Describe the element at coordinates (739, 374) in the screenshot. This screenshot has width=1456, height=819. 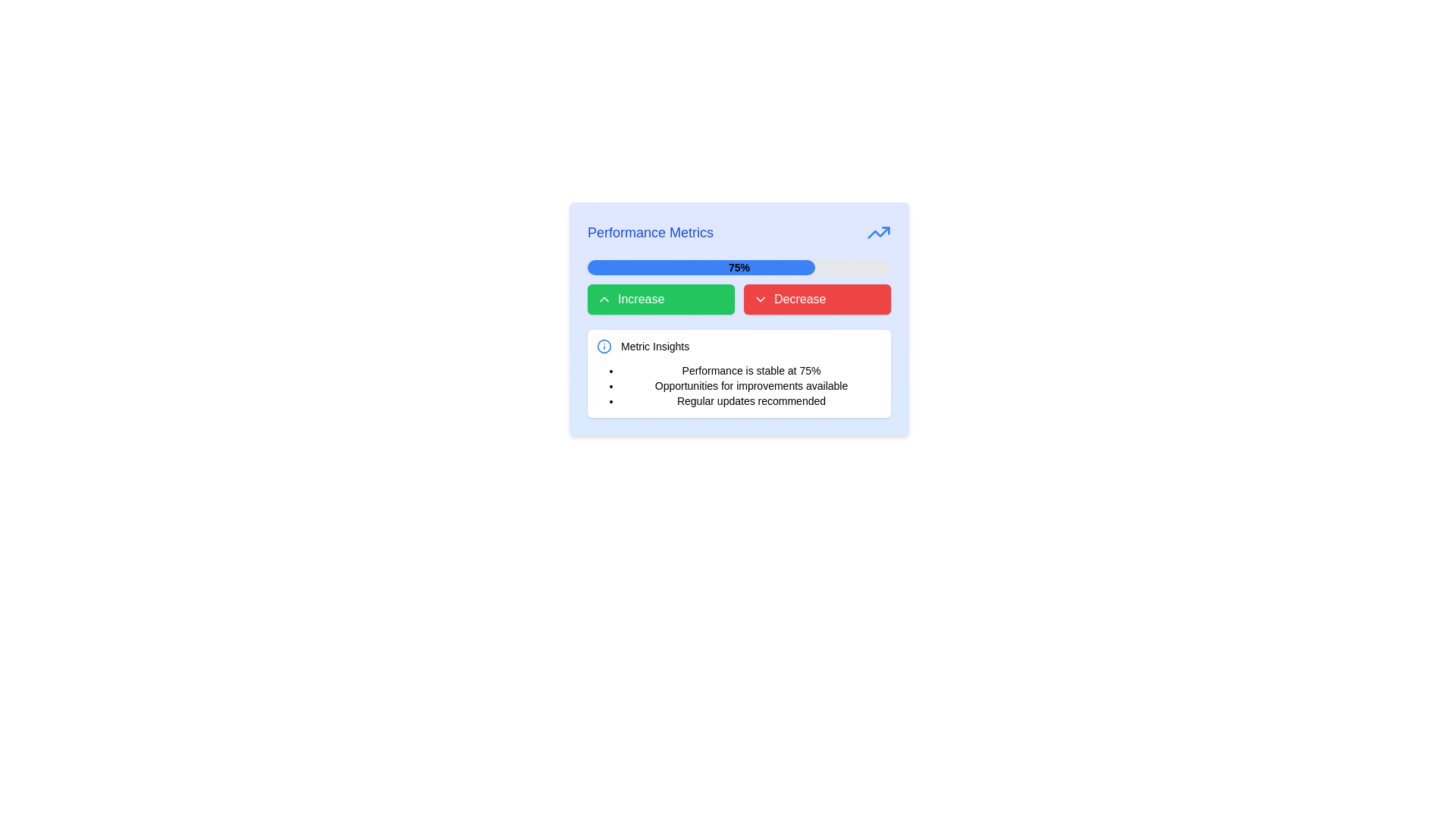
I see `the 'Metric Insights' informational panel located at the bottom of the 'Performance Metrics' card to interpret the insights provided` at that location.